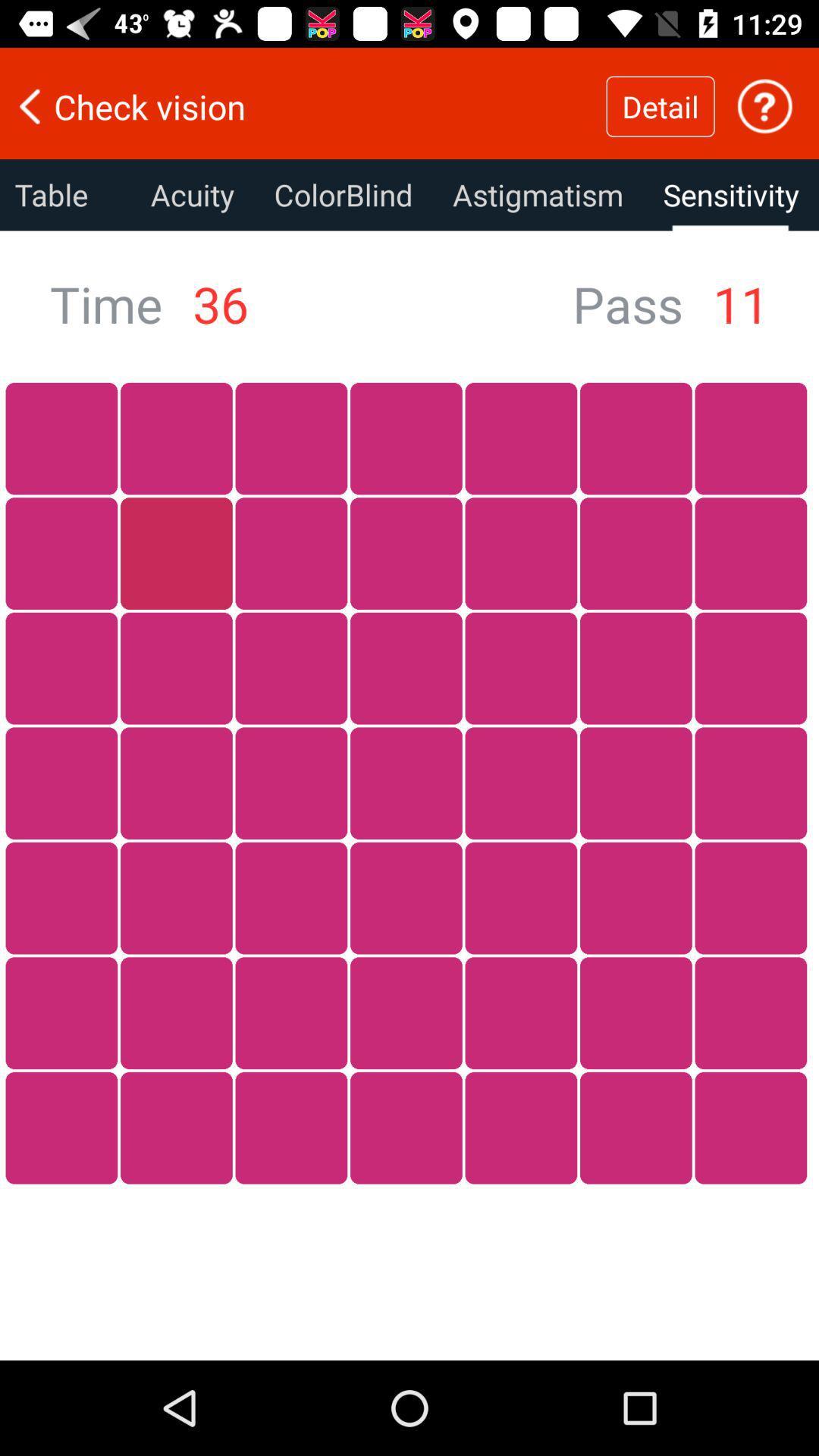 This screenshot has height=1456, width=819. Describe the element at coordinates (303, 105) in the screenshot. I see `the item above table` at that location.